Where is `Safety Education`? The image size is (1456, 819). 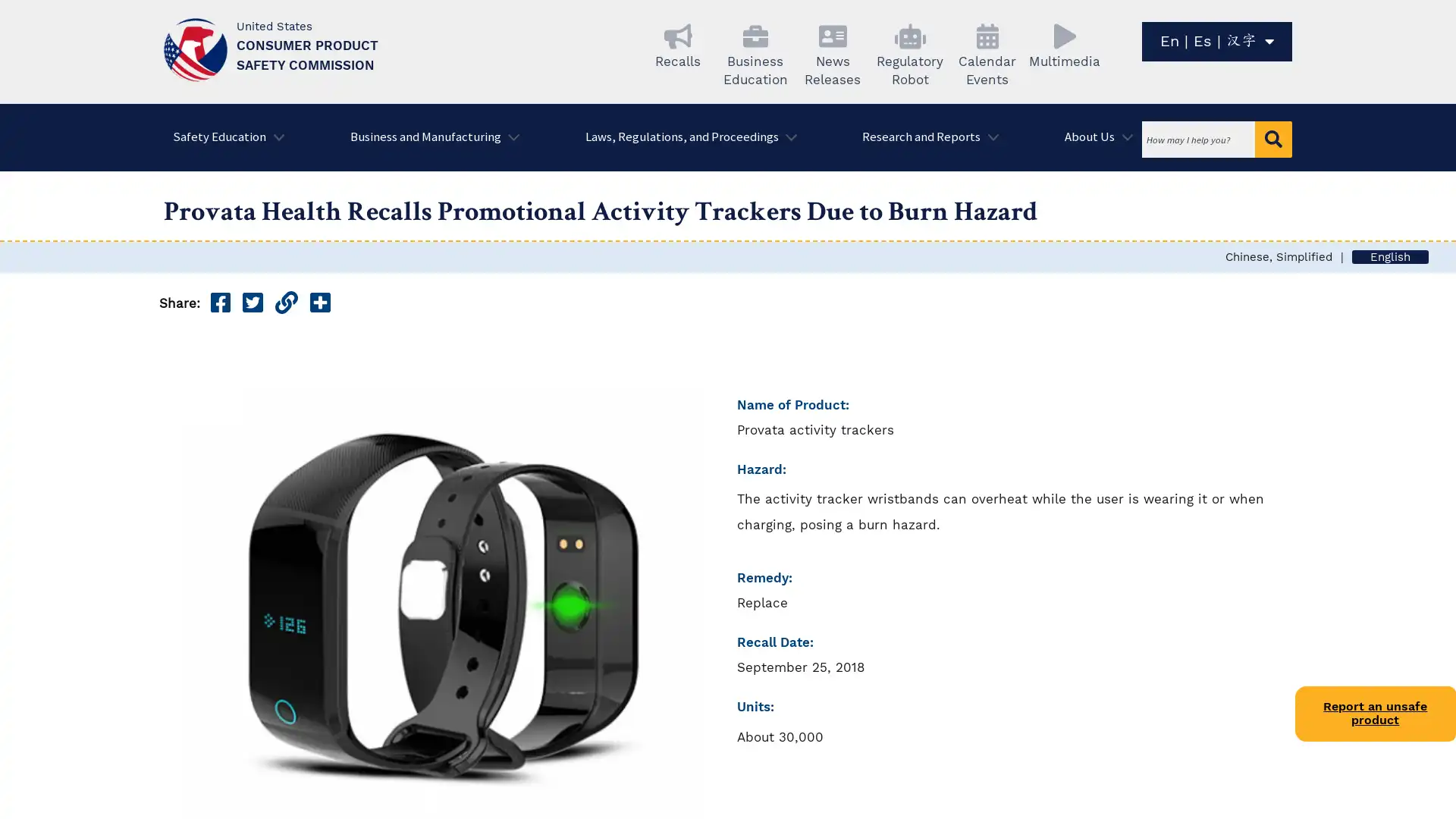
Safety Education is located at coordinates (223, 137).